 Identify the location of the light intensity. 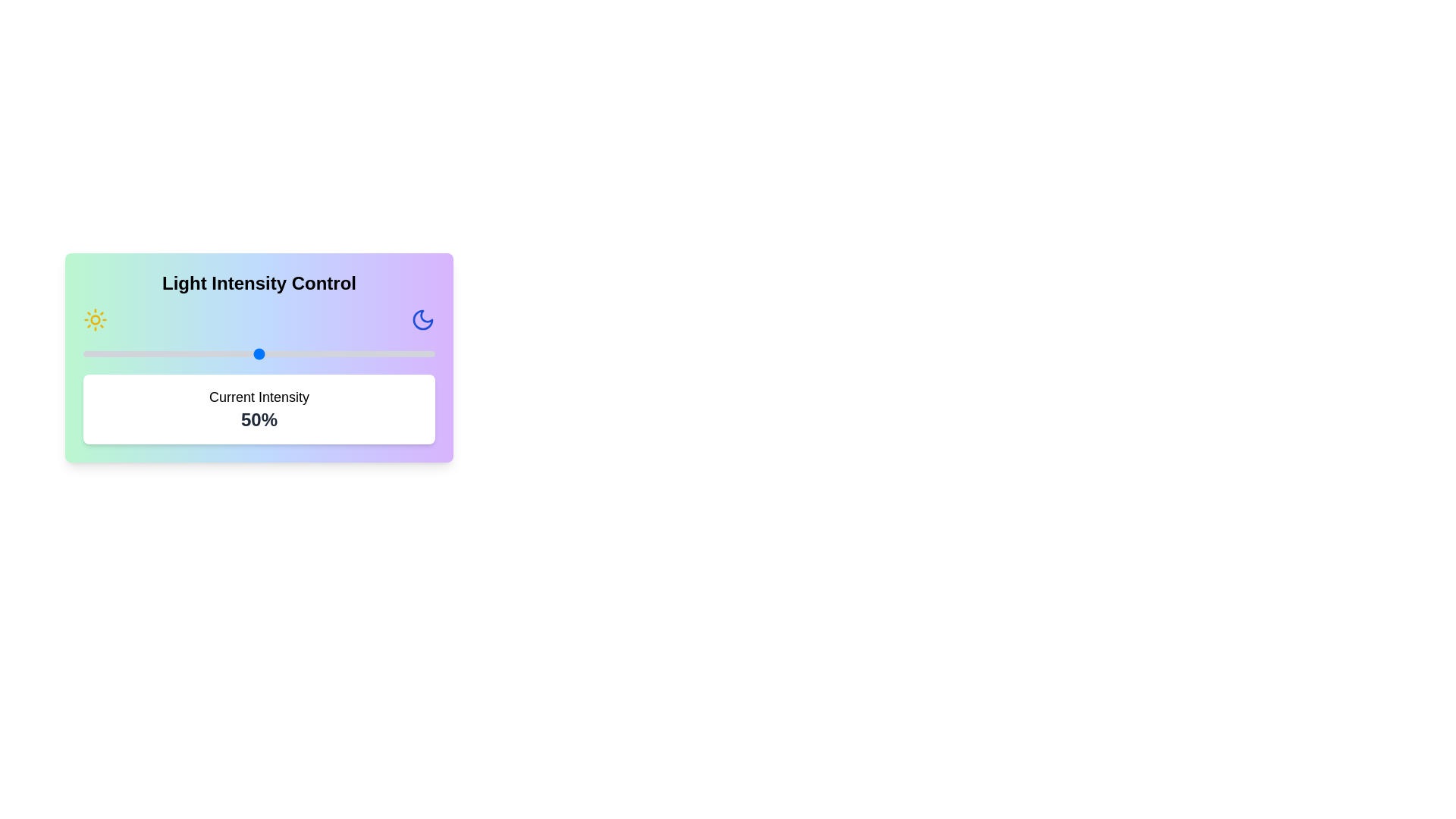
(100, 353).